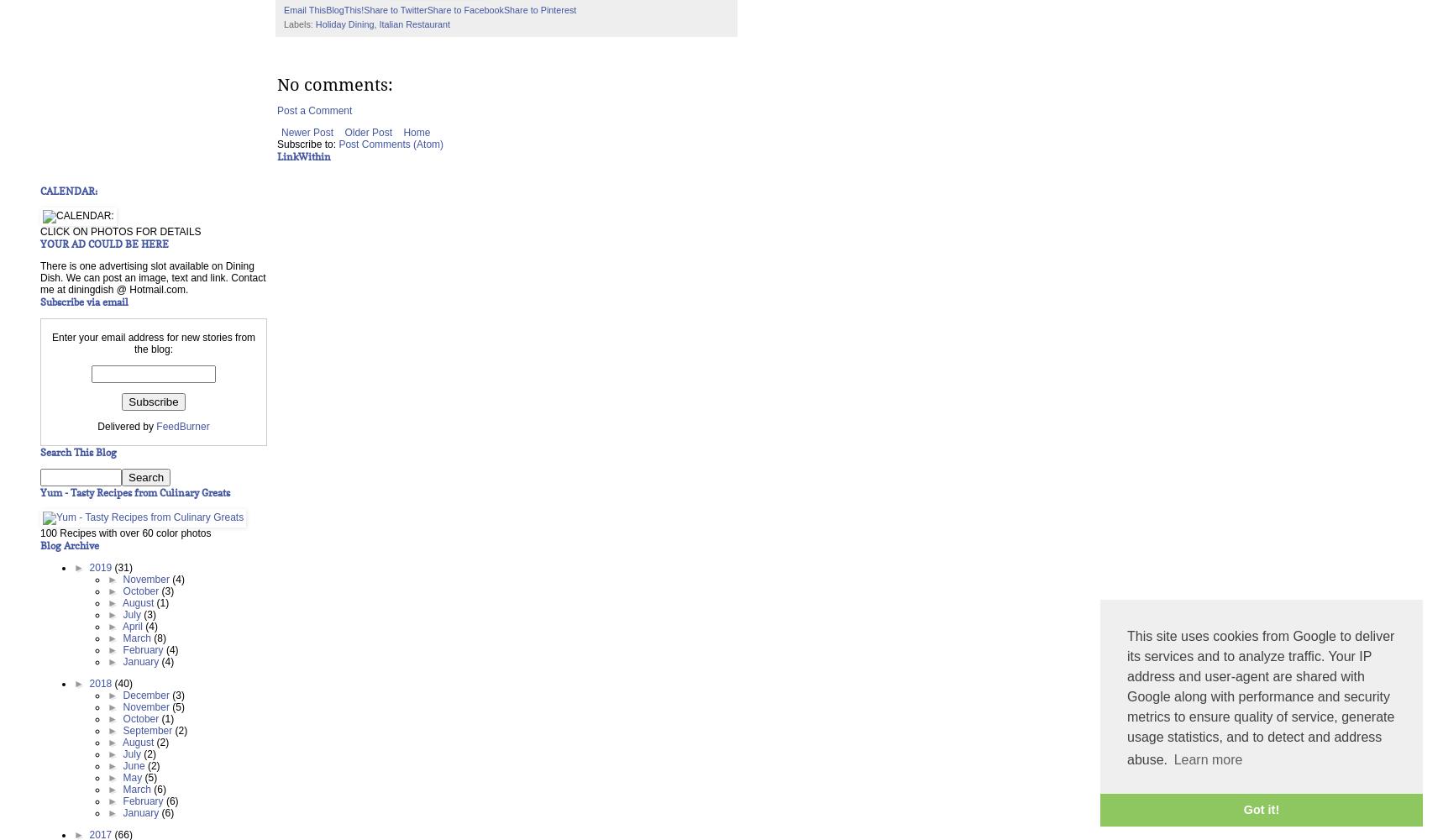  What do you see at coordinates (313, 111) in the screenshot?
I see `'Post a Comment'` at bounding box center [313, 111].